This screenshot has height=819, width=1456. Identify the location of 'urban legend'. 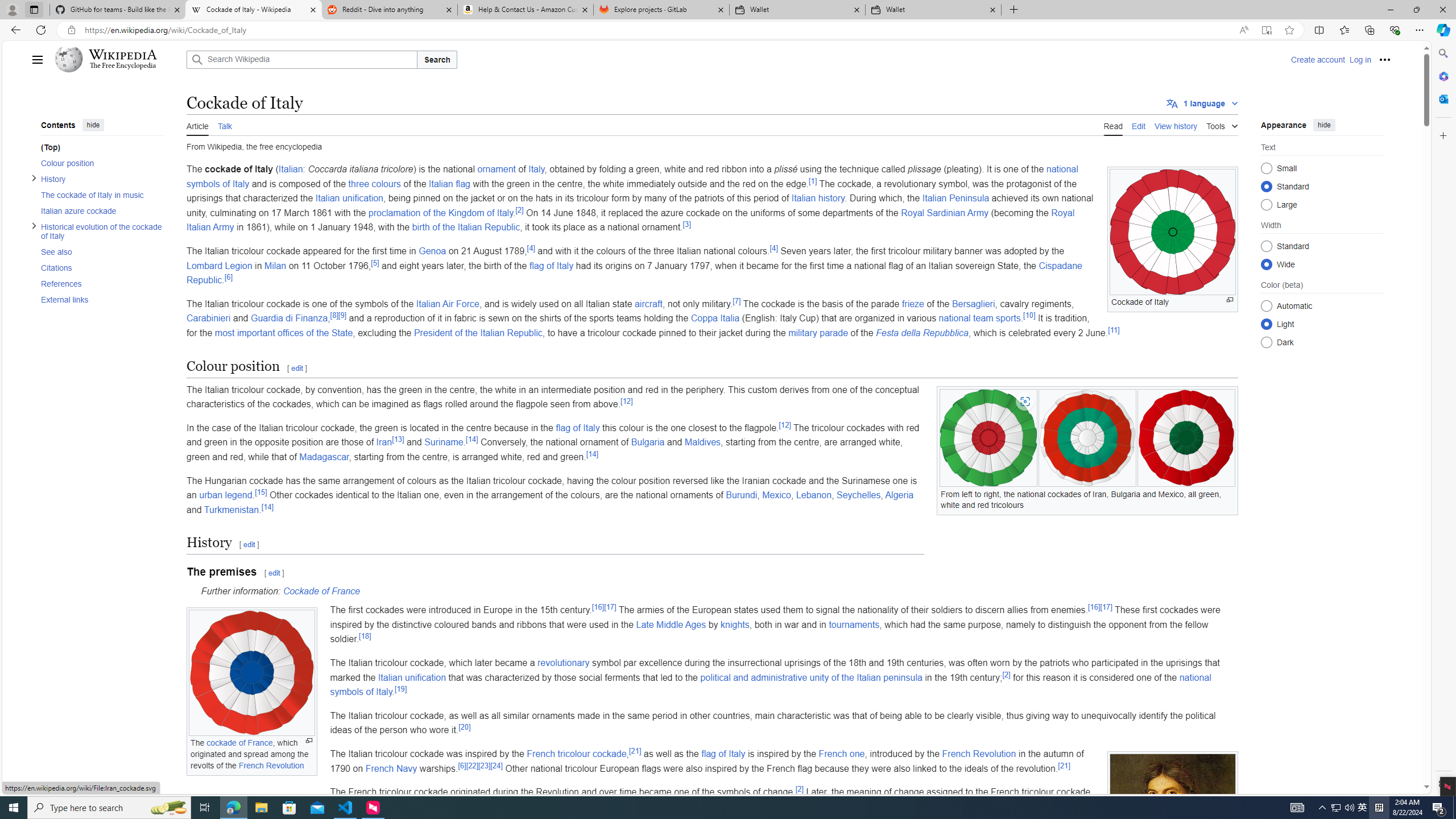
(225, 495).